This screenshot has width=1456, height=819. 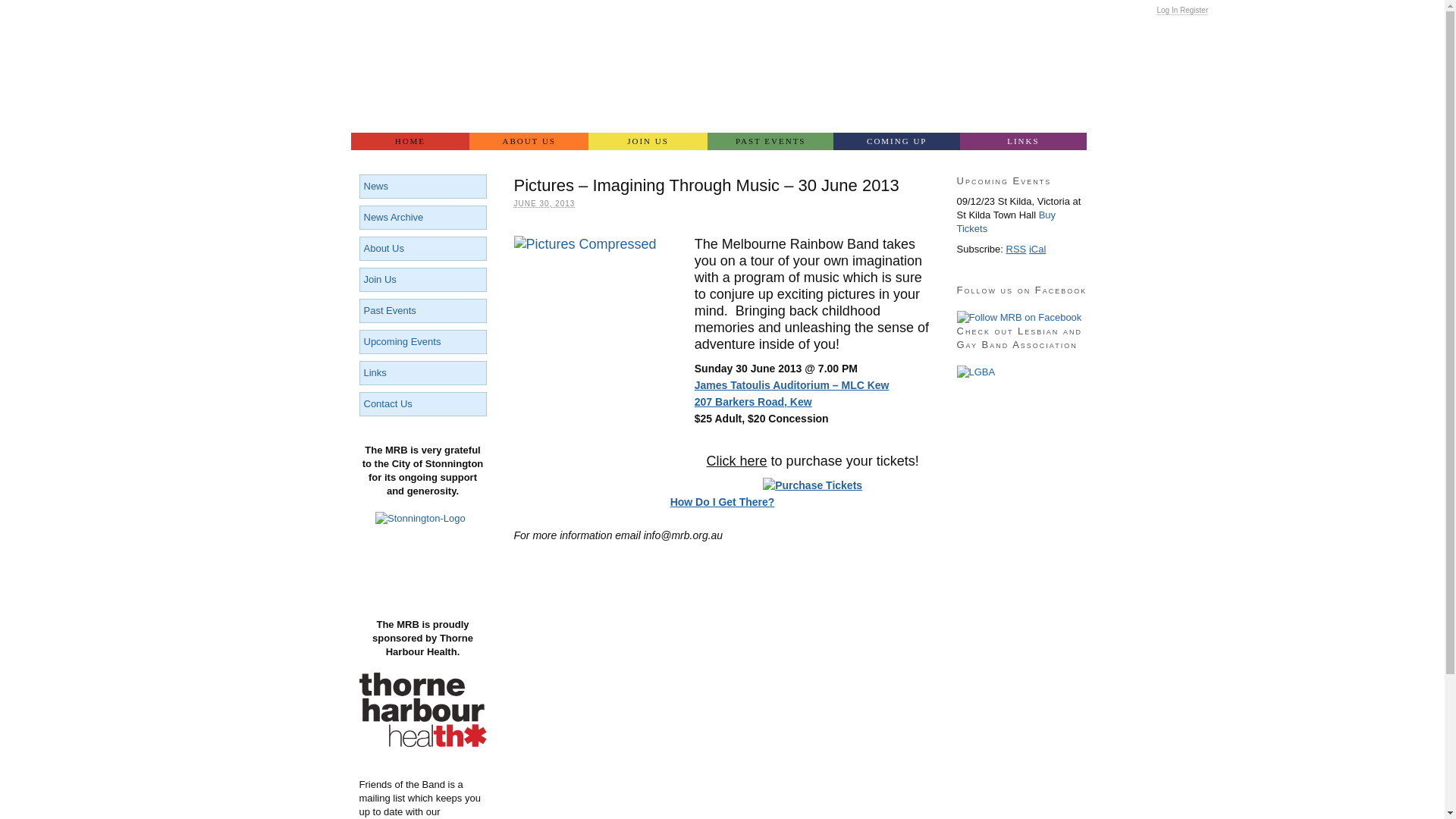 I want to click on 'COMING UP', so click(x=896, y=141).